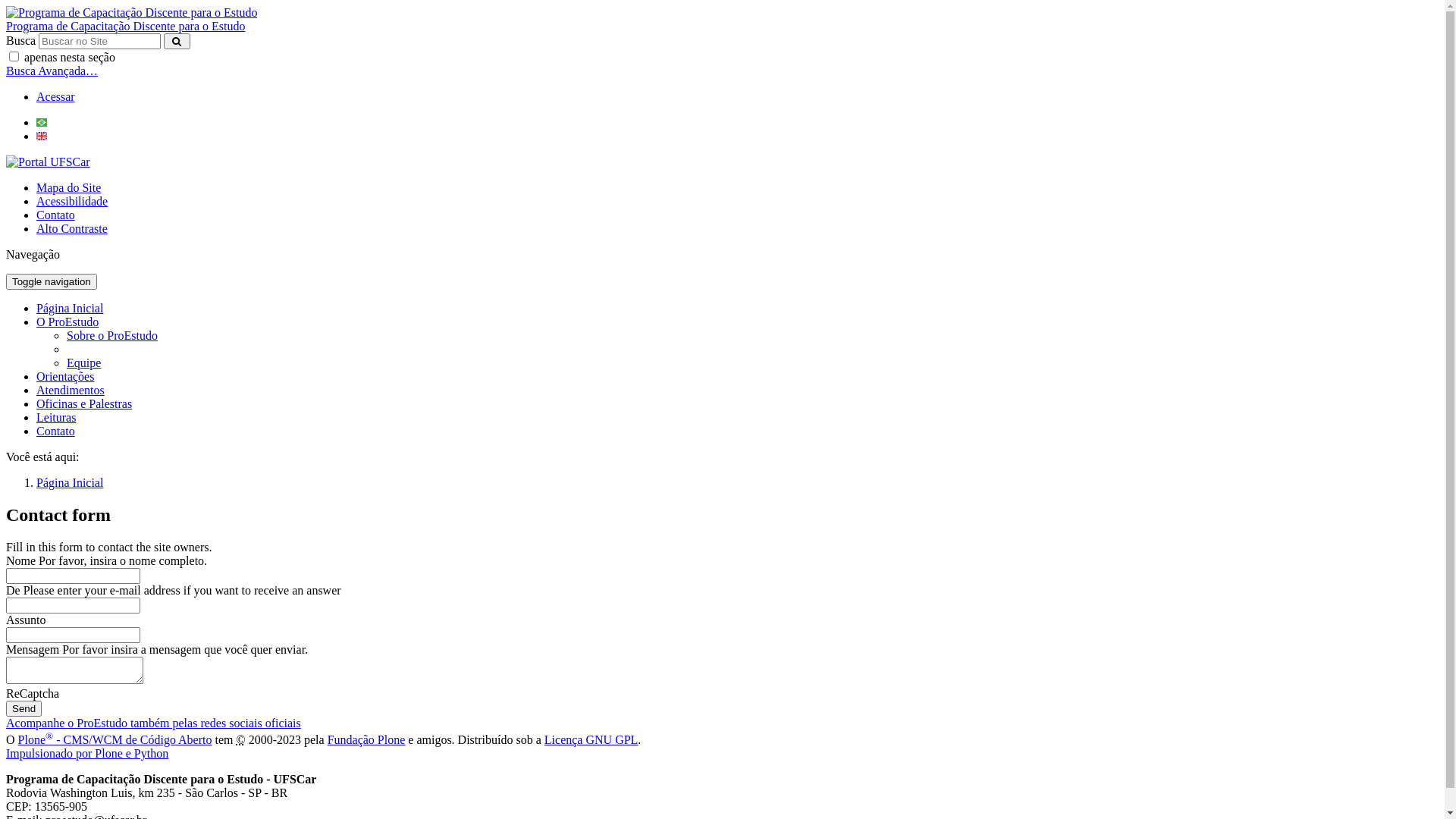  Describe the element at coordinates (55, 96) in the screenshot. I see `'Acessar'` at that location.